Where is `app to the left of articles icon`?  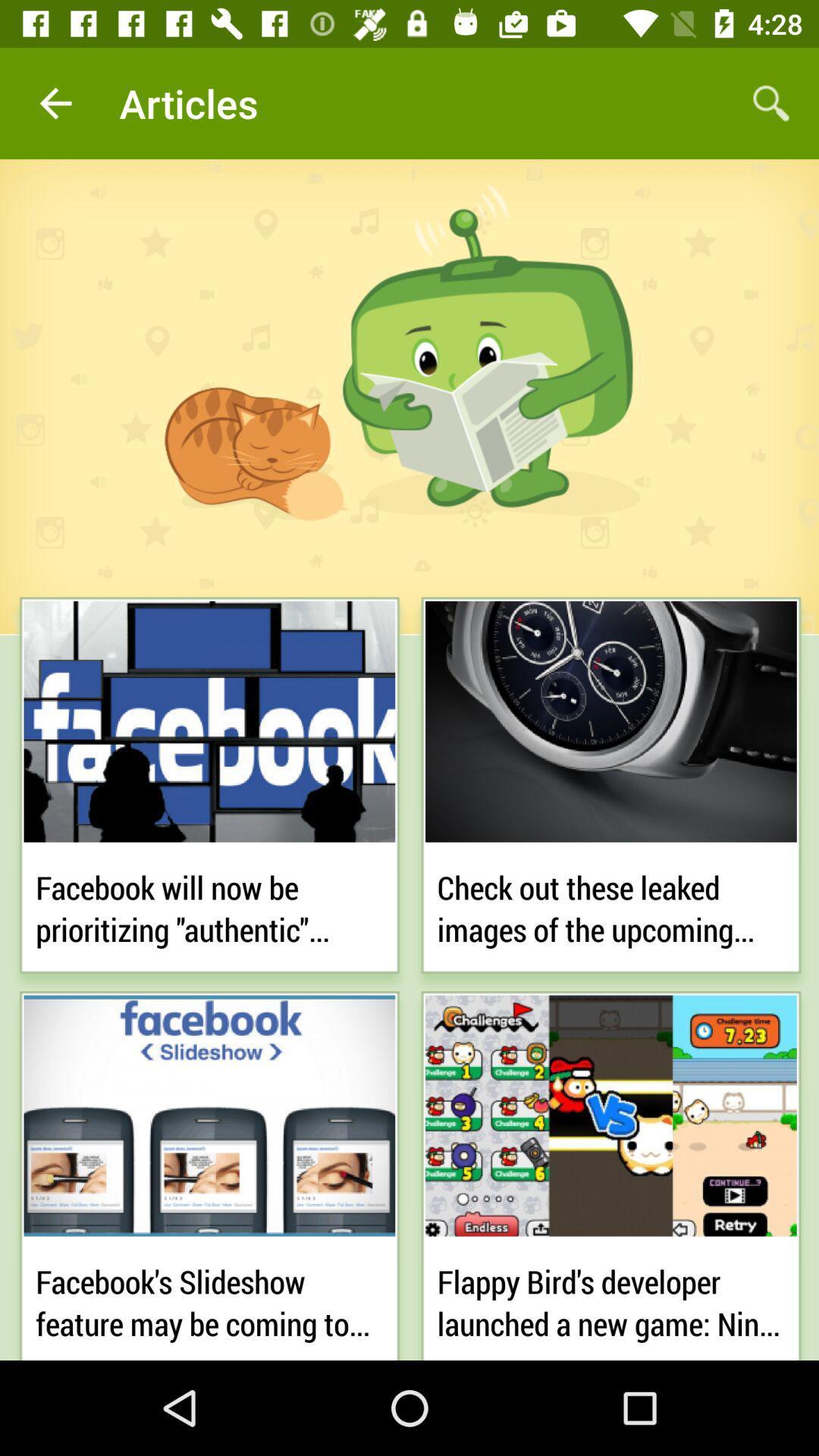 app to the left of articles icon is located at coordinates (55, 102).